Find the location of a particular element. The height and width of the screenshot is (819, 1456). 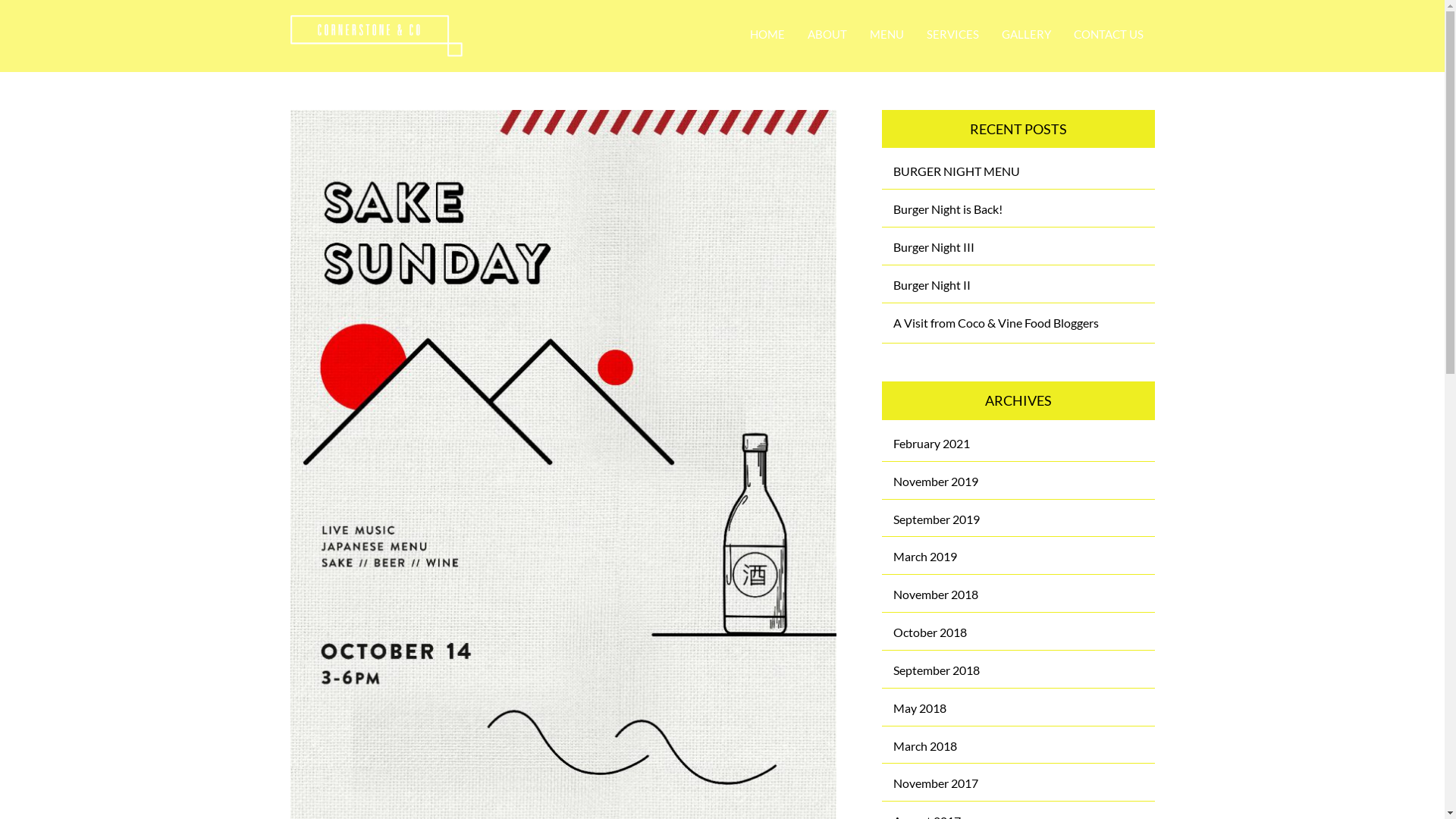

'A Visit from Coco & Vine Food Bloggers' is located at coordinates (996, 322).